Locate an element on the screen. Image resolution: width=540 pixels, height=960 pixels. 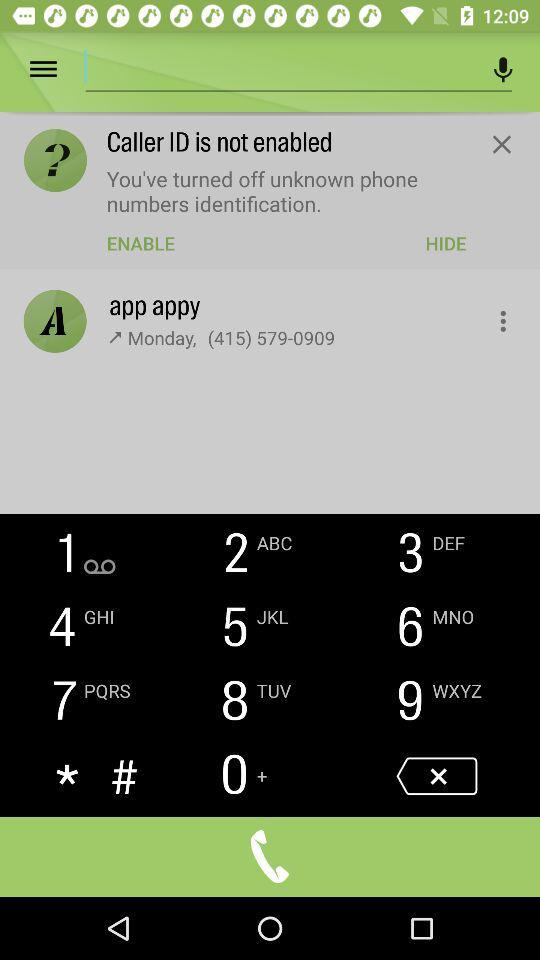
search terms is located at coordinates (280, 66).